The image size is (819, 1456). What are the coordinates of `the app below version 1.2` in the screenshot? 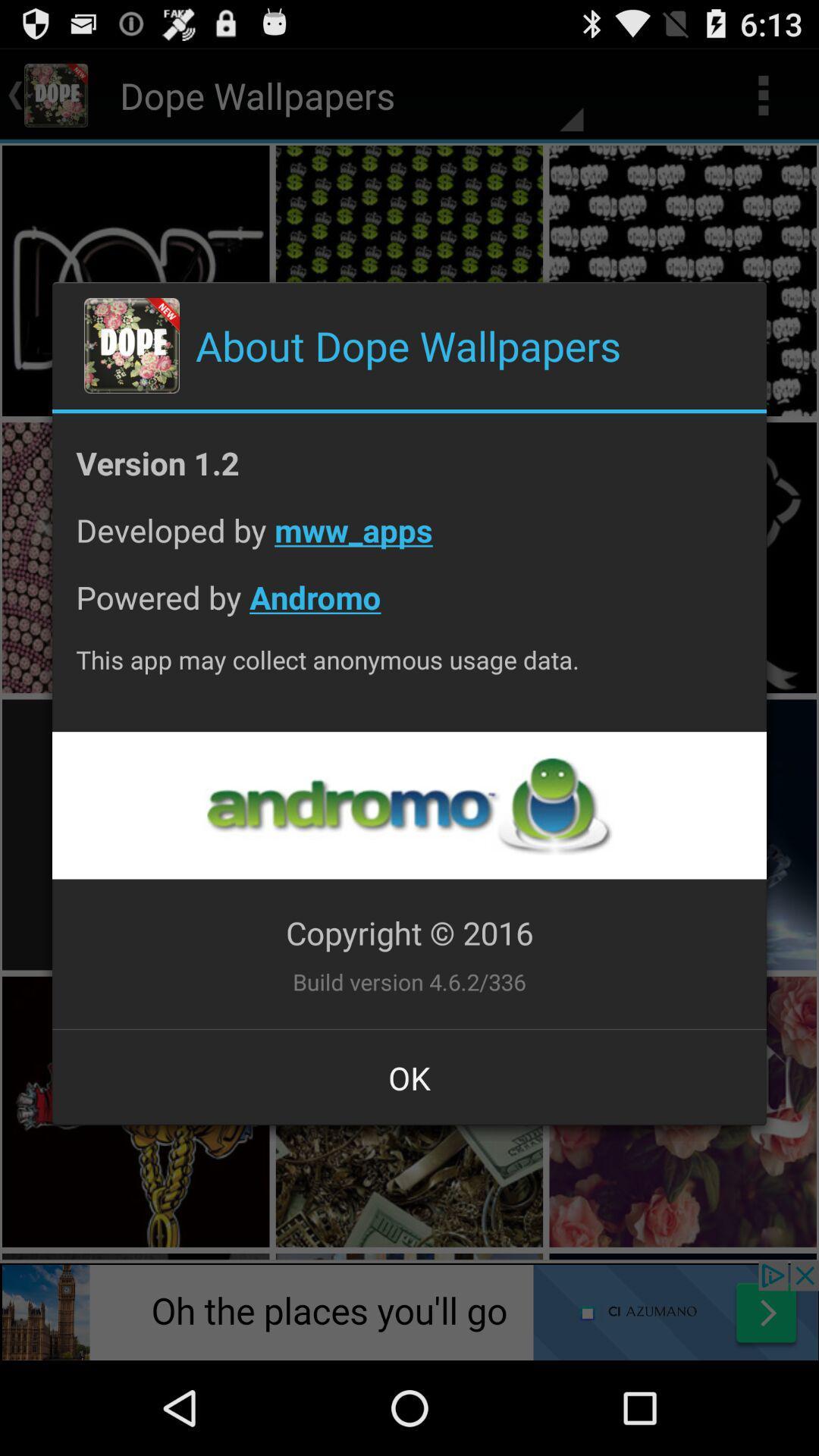 It's located at (409, 541).